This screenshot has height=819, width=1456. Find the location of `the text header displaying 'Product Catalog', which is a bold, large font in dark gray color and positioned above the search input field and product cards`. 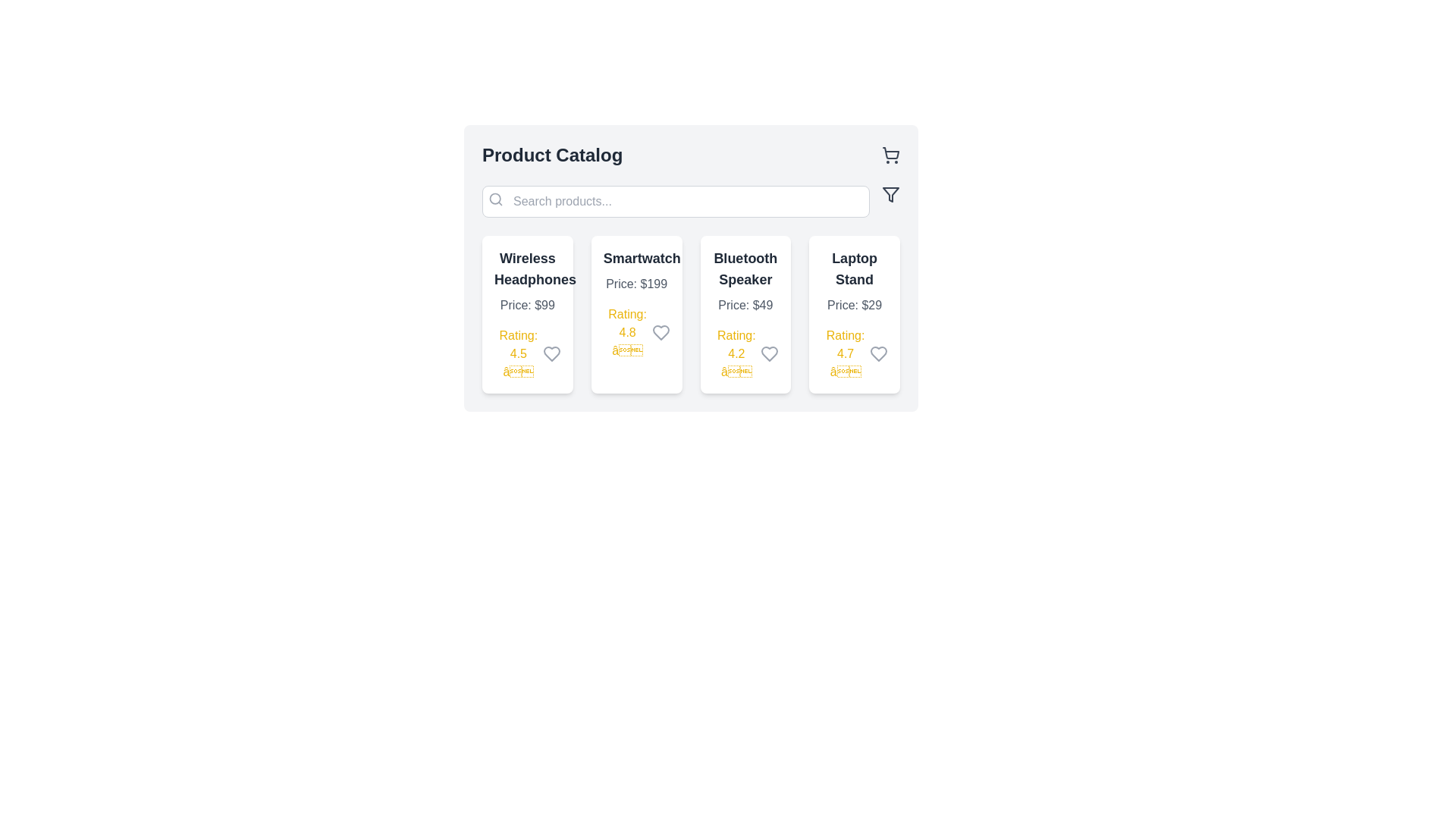

the text header displaying 'Product Catalog', which is a bold, large font in dark gray color and positioned above the search input field and product cards is located at coordinates (551, 155).